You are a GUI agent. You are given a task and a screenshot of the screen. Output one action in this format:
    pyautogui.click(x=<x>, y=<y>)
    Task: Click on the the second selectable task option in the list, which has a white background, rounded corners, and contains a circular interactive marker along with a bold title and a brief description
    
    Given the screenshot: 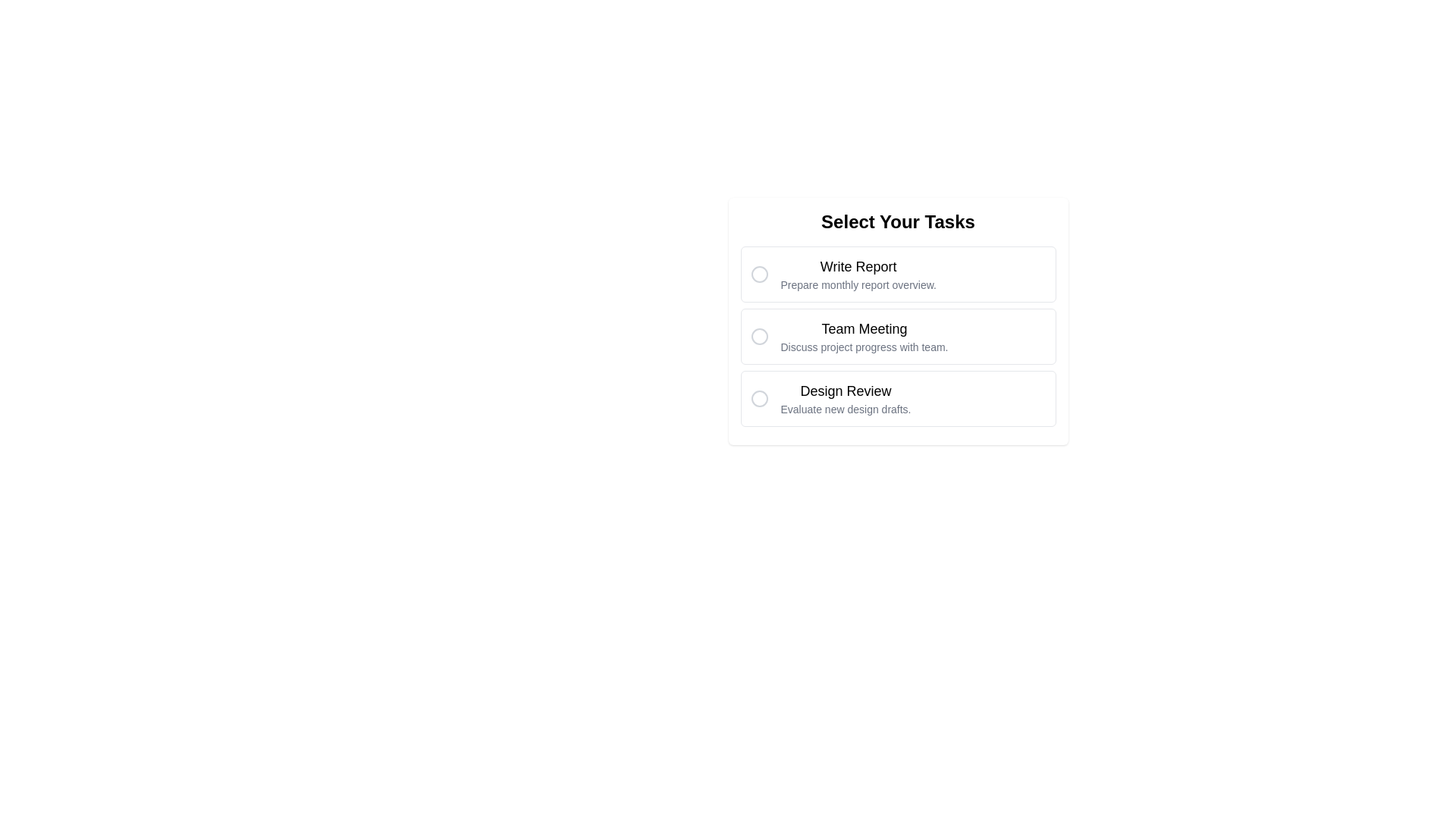 What is the action you would take?
    pyautogui.click(x=898, y=321)
    